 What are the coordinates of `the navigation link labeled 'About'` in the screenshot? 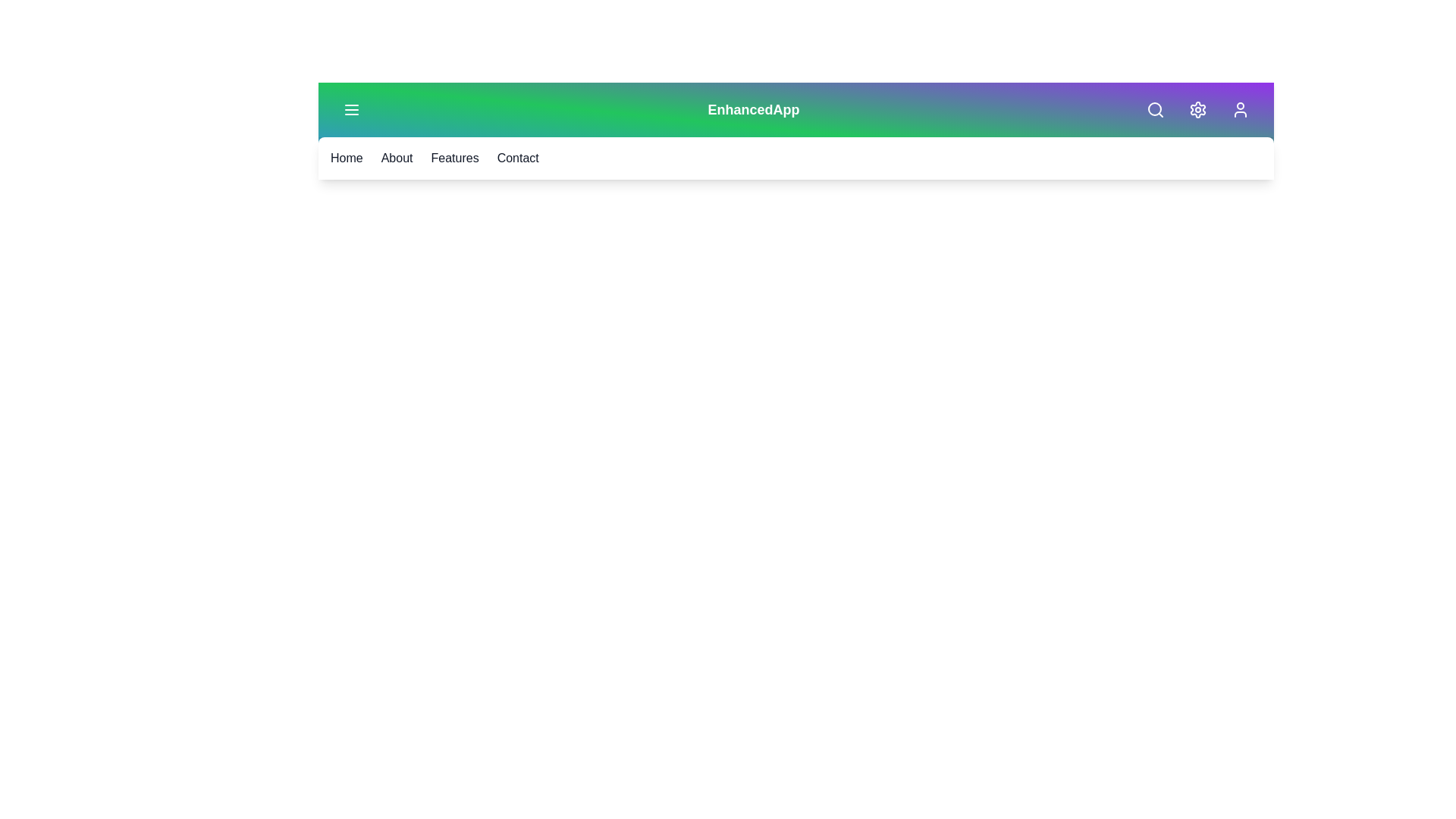 It's located at (397, 158).